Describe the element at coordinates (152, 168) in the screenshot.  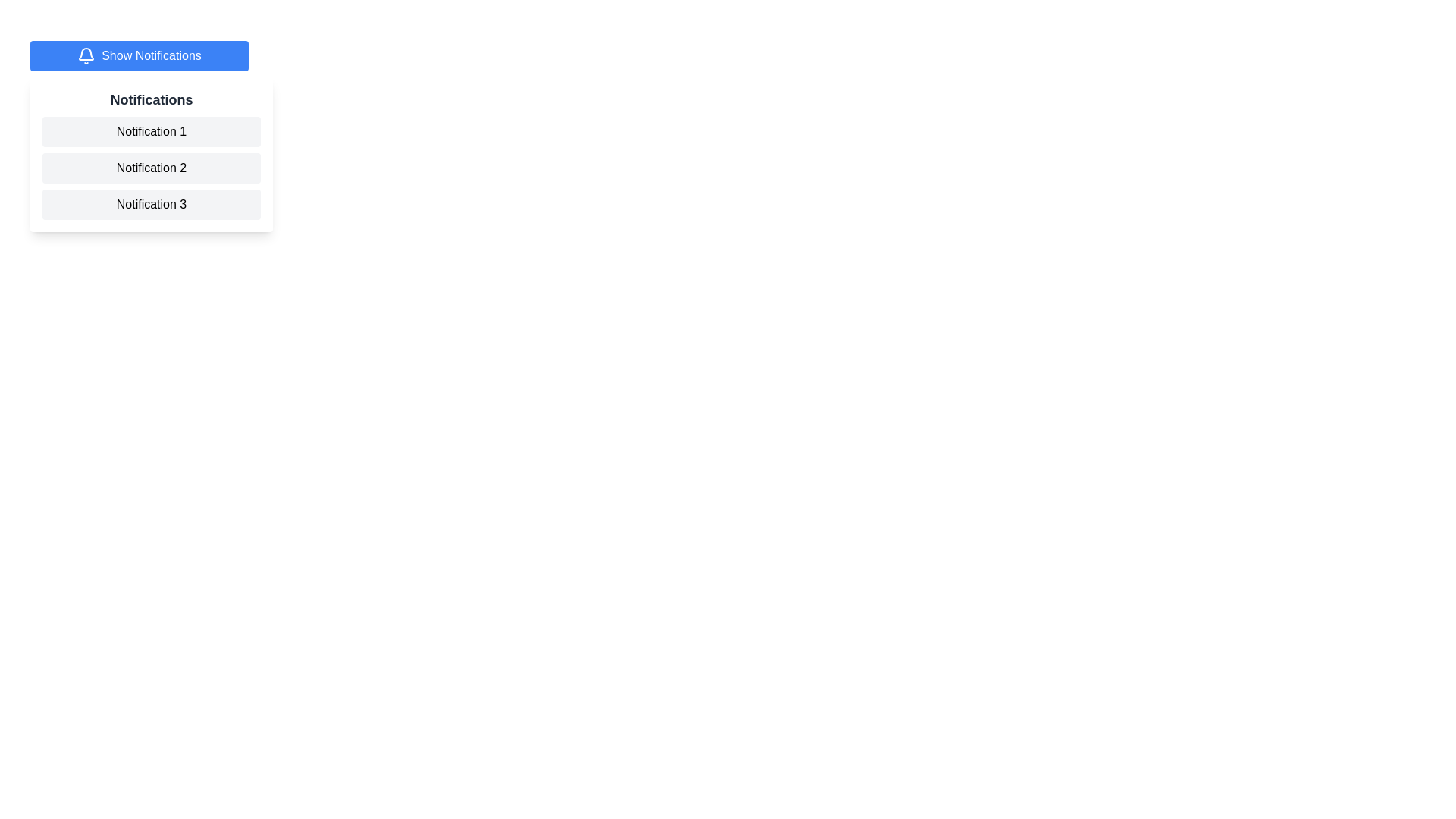
I see `the second notification item, which has a light gray background and contains the text 'Notification 2'` at that location.